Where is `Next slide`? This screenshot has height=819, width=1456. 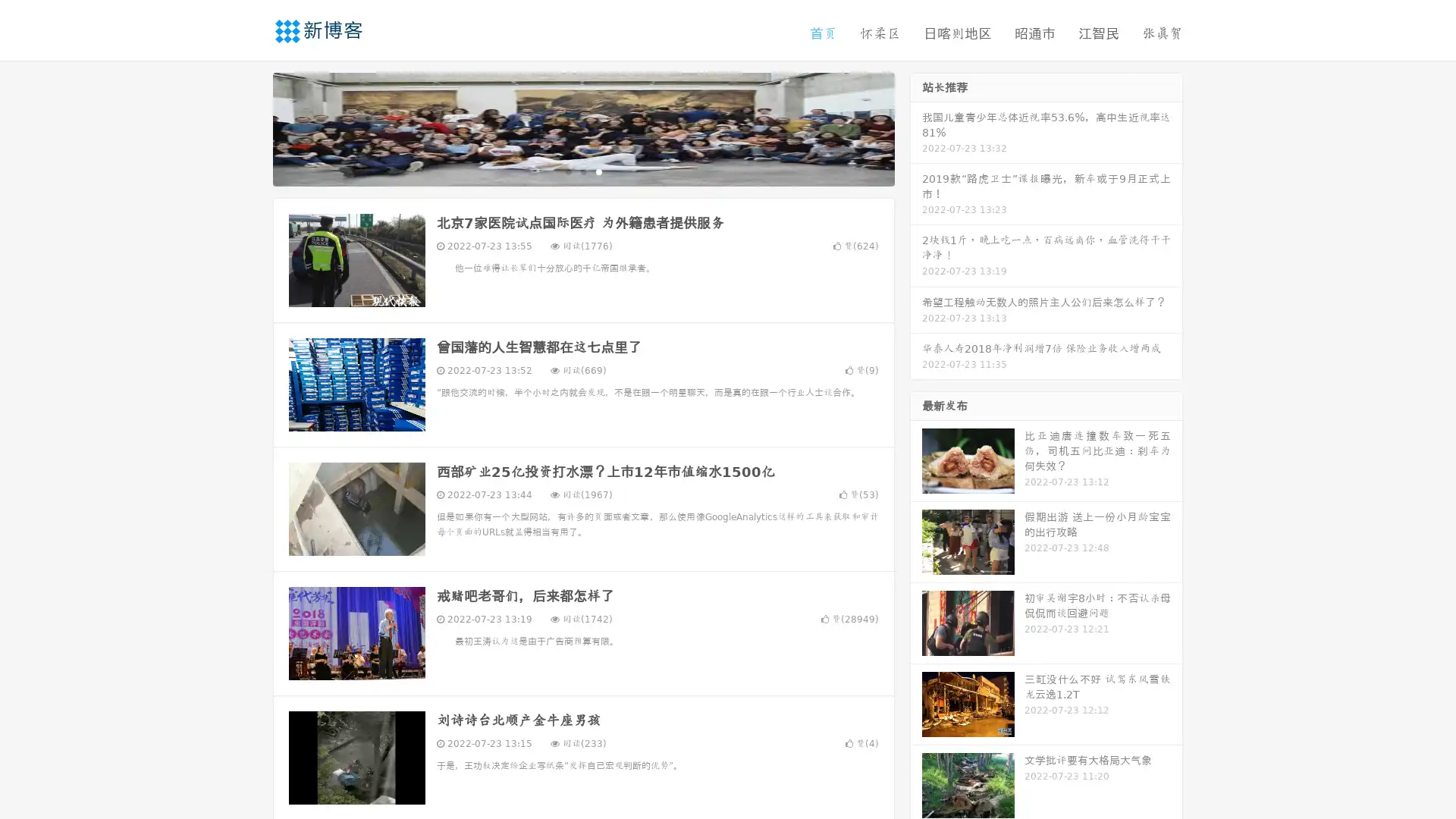 Next slide is located at coordinates (916, 127).